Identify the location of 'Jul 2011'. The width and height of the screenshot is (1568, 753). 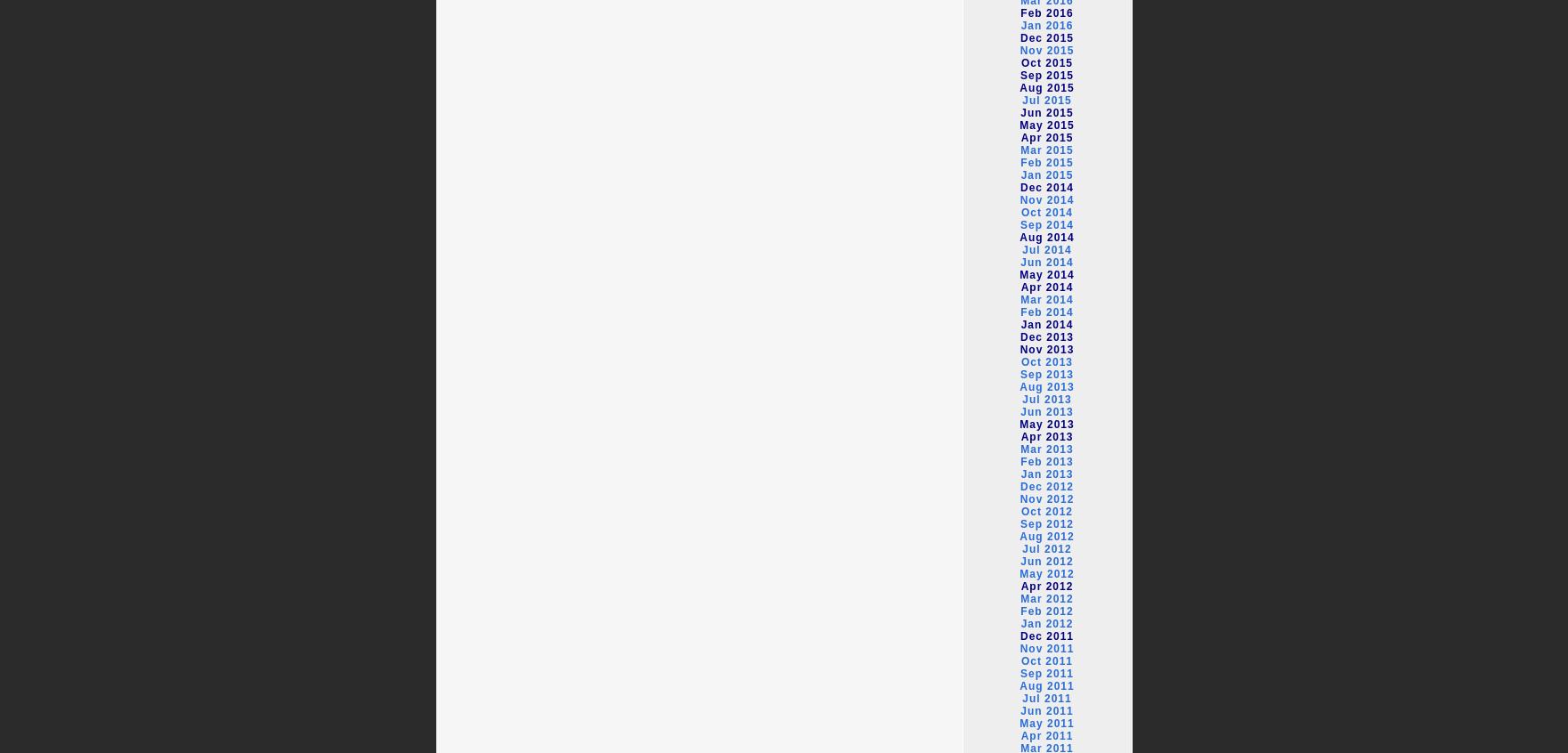
(1046, 699).